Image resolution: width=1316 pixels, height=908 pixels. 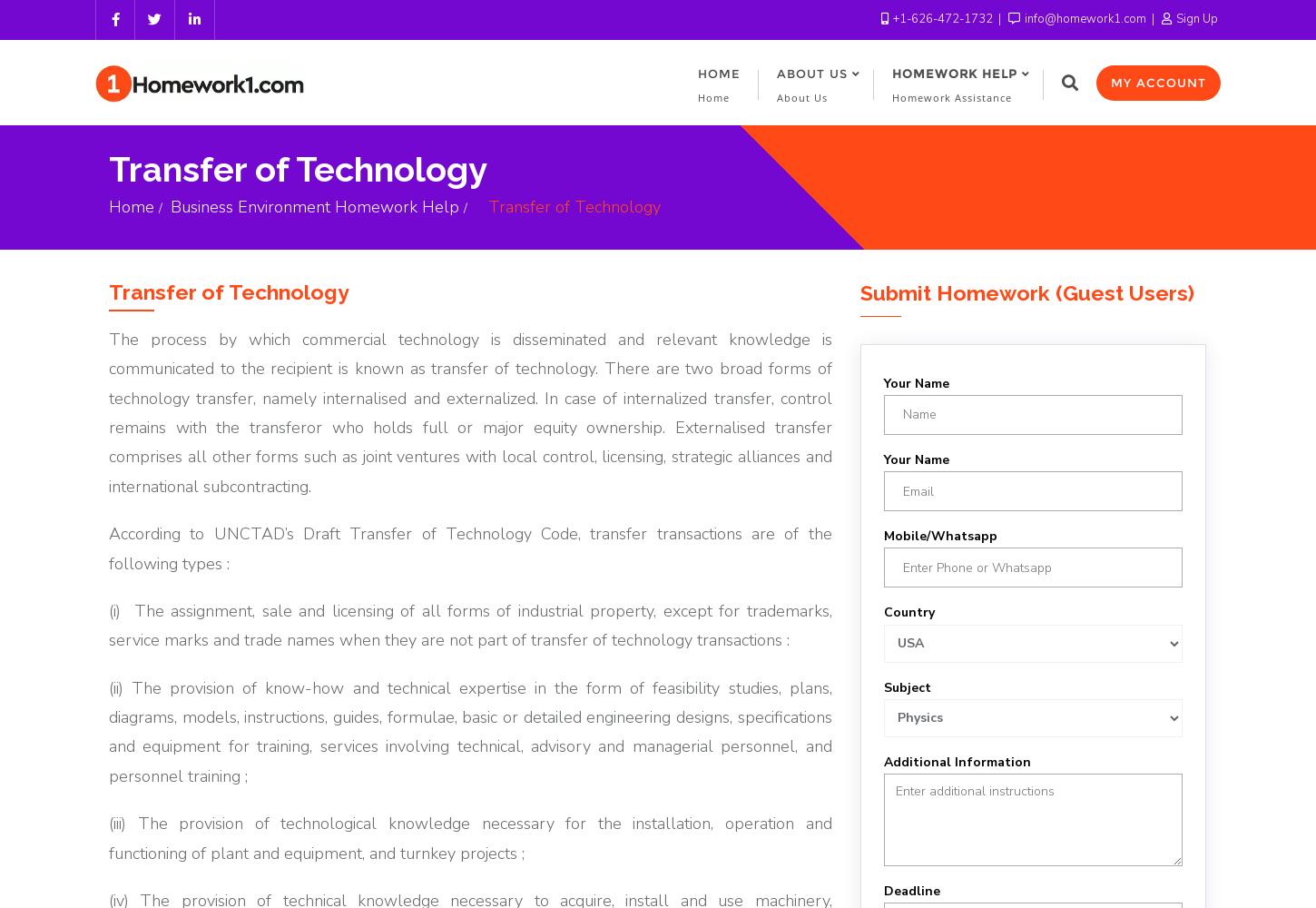 What do you see at coordinates (942, 19) in the screenshot?
I see `'+1-626-472-1732'` at bounding box center [942, 19].